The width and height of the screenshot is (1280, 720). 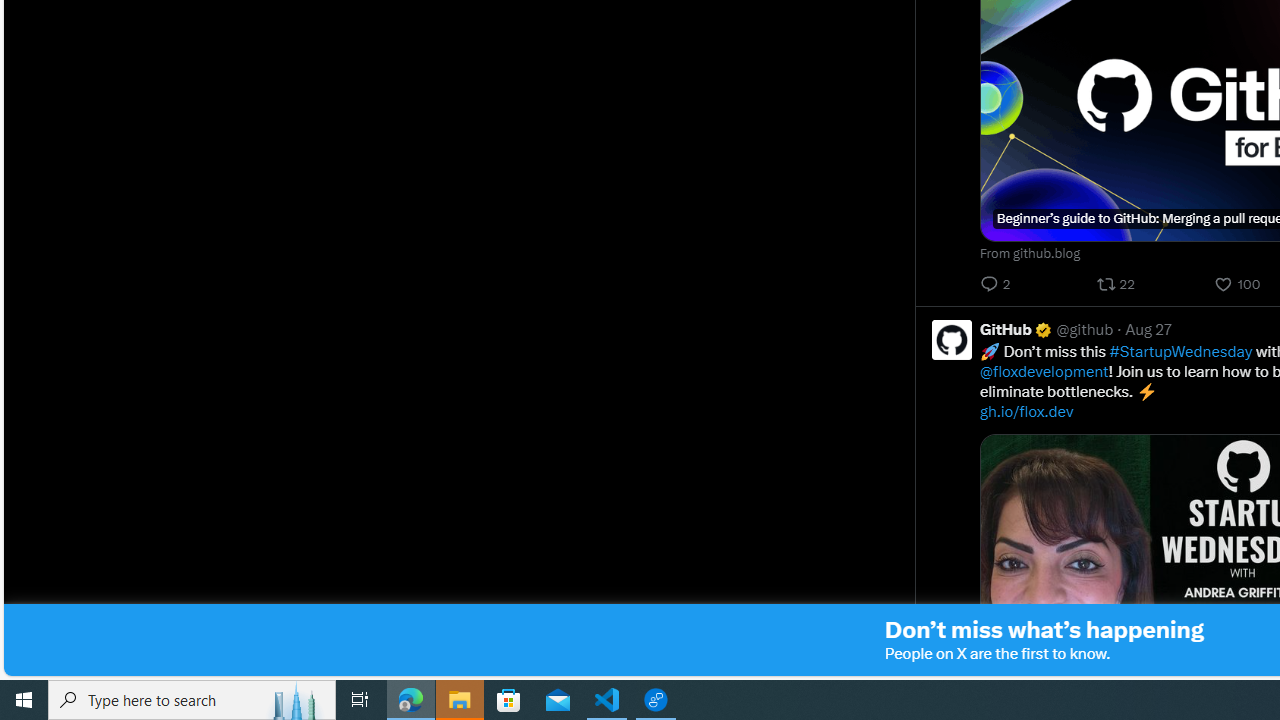 I want to click on 'Verified account', so click(x=1042, y=328).